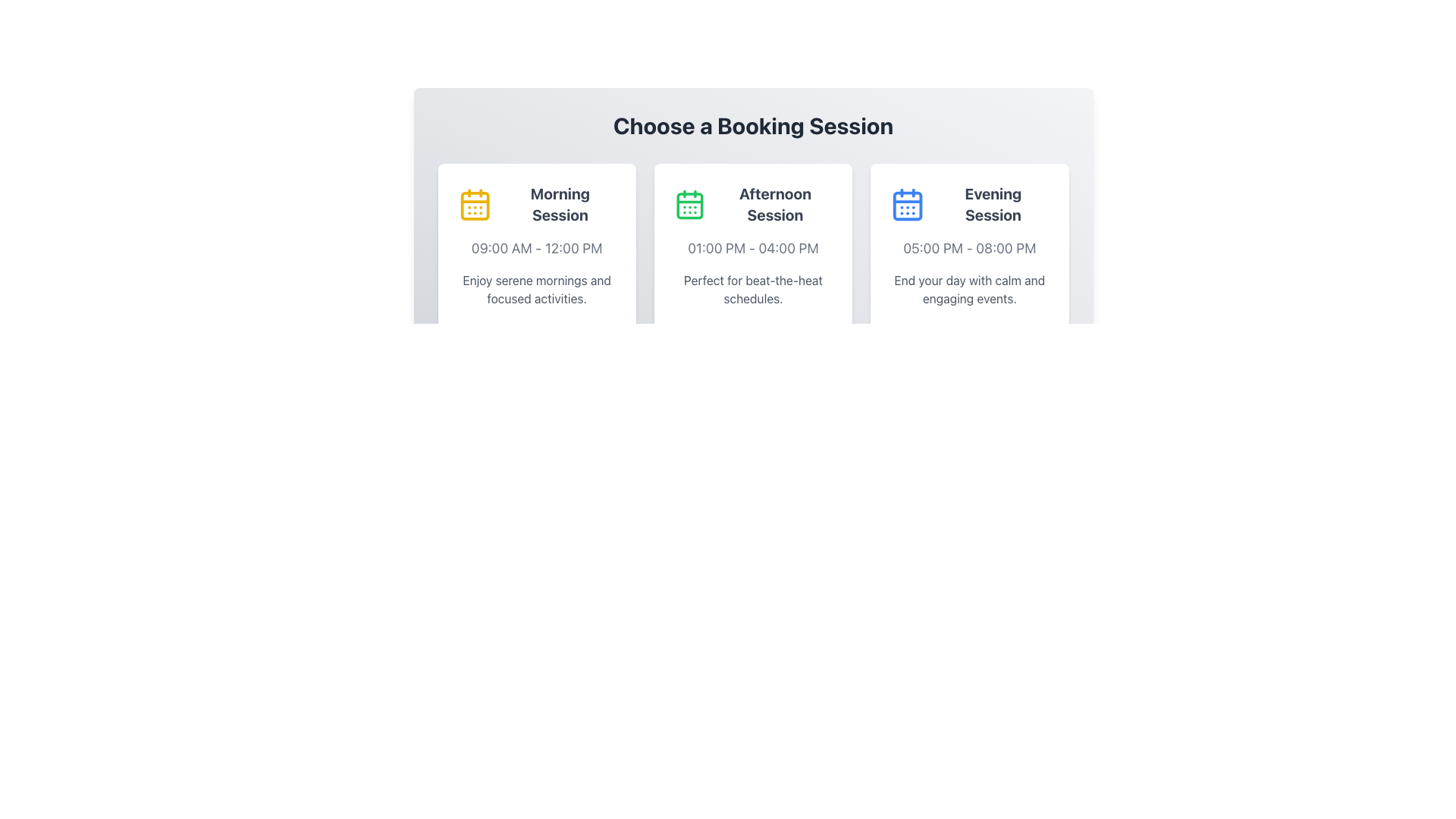 This screenshot has width=1456, height=819. Describe the element at coordinates (823, 334) in the screenshot. I see `the circular SVG graphic element with a radius of 10, located below the Afternoon Session card in the Choose a Booking Session interface` at that location.